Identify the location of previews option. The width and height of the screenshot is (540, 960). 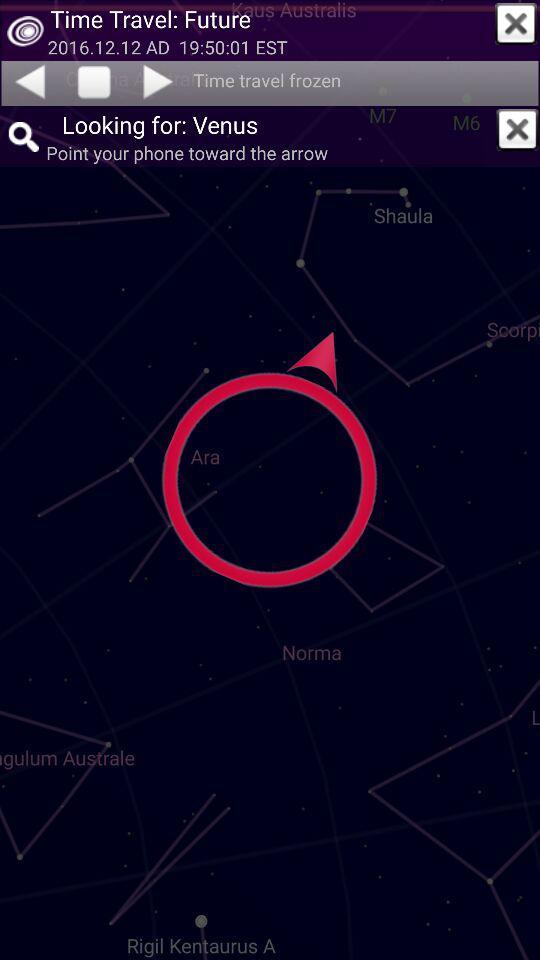
(28, 81).